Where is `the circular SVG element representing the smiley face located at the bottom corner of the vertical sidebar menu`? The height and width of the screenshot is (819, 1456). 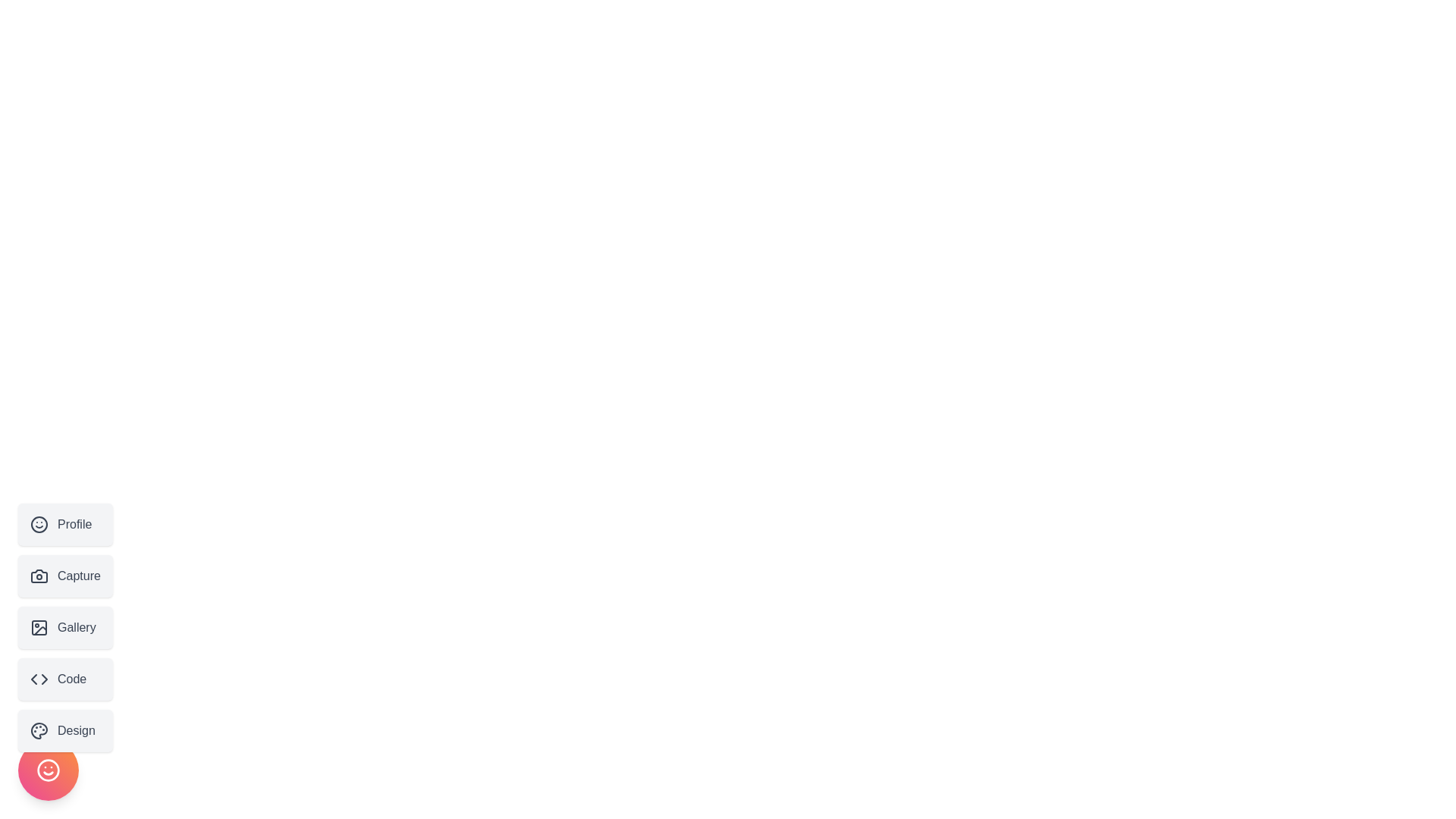
the circular SVG element representing the smiley face located at the bottom corner of the vertical sidebar menu is located at coordinates (48, 770).